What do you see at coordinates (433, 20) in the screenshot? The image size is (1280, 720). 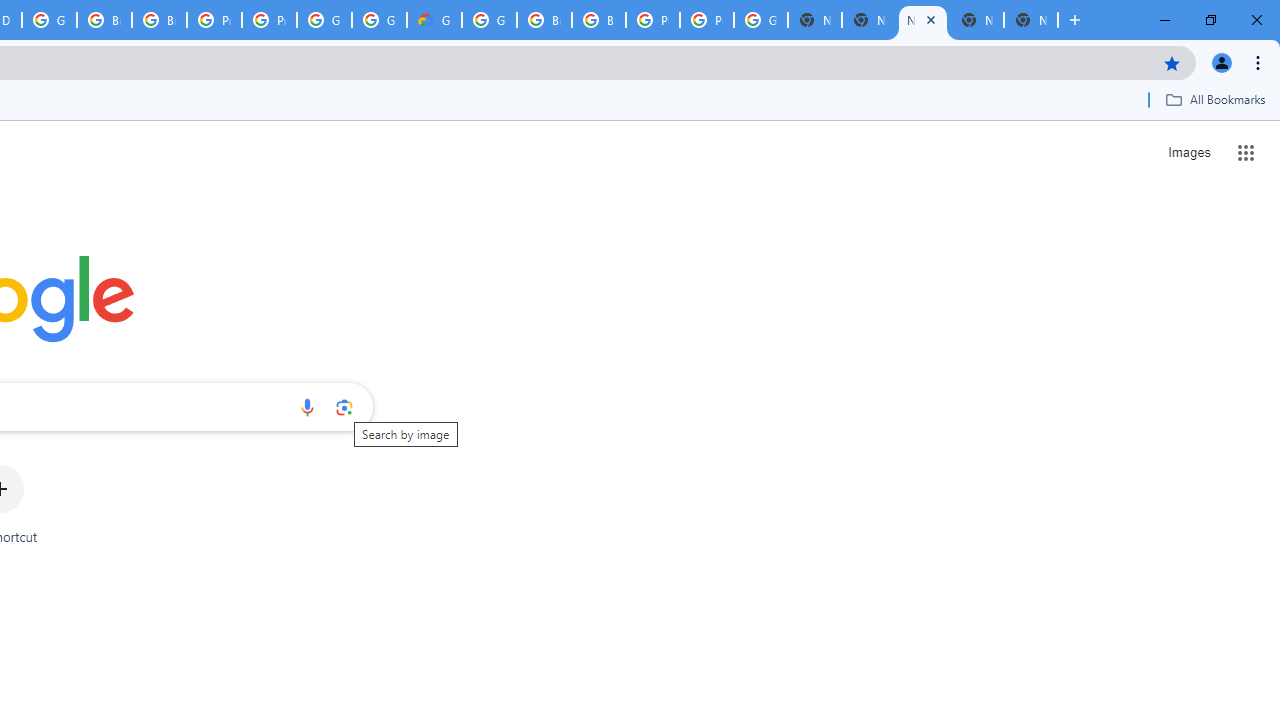 I see `'Google Cloud Estimate Summary'` at bounding box center [433, 20].